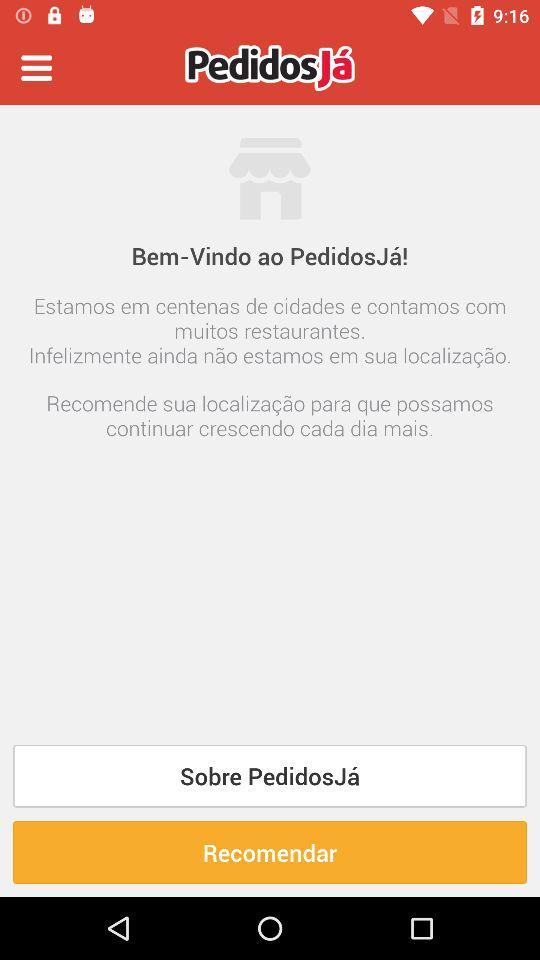  What do you see at coordinates (36, 68) in the screenshot?
I see `item above bem vindo ao item` at bounding box center [36, 68].